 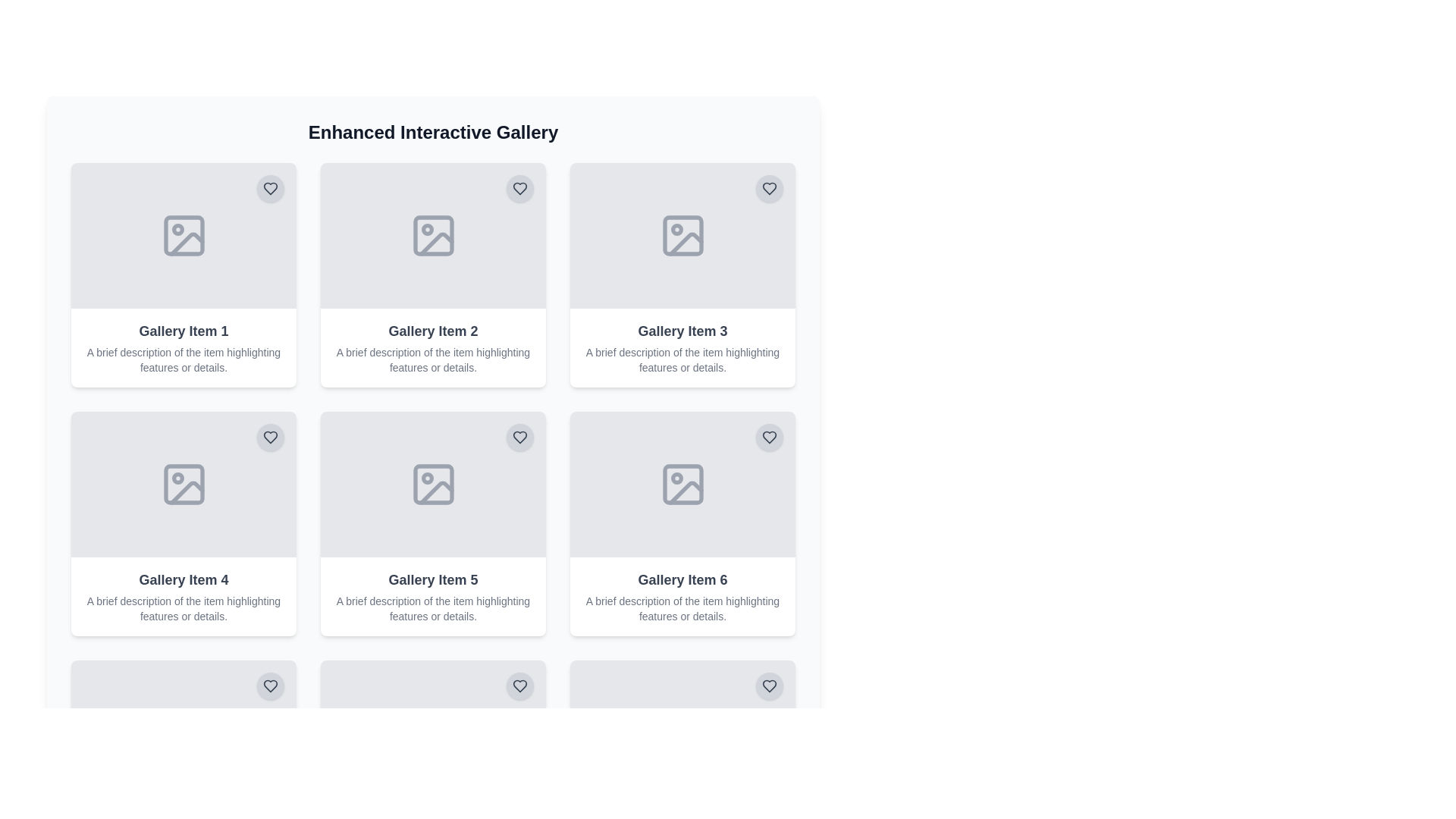 I want to click on the favorite icon located at the top-right corner inside the card labeled 'Gallery Item 3' to mark it as a favorite, so click(x=769, y=188).